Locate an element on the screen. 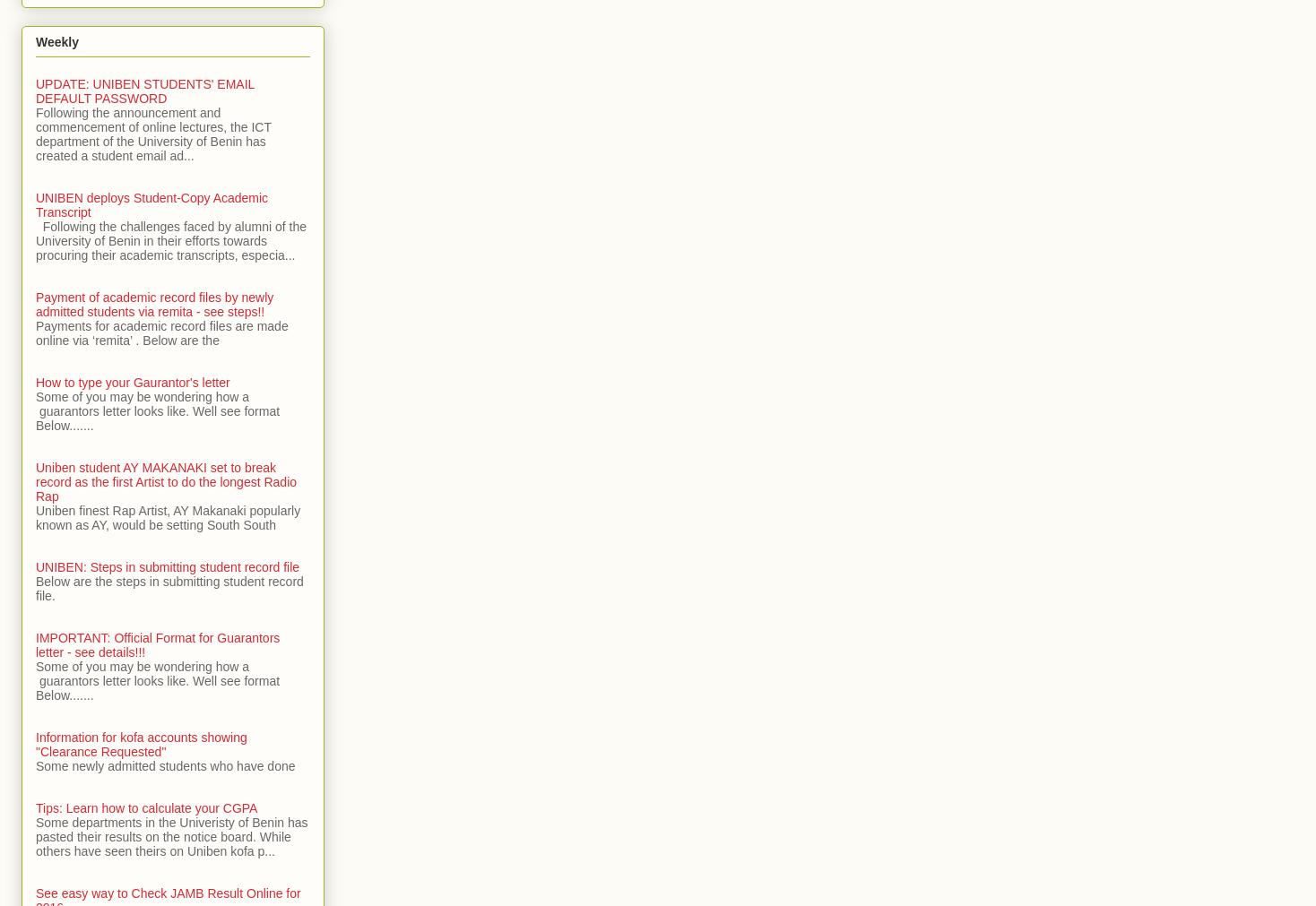  'Below are the steps in submitting student record file.' is located at coordinates (169, 588).